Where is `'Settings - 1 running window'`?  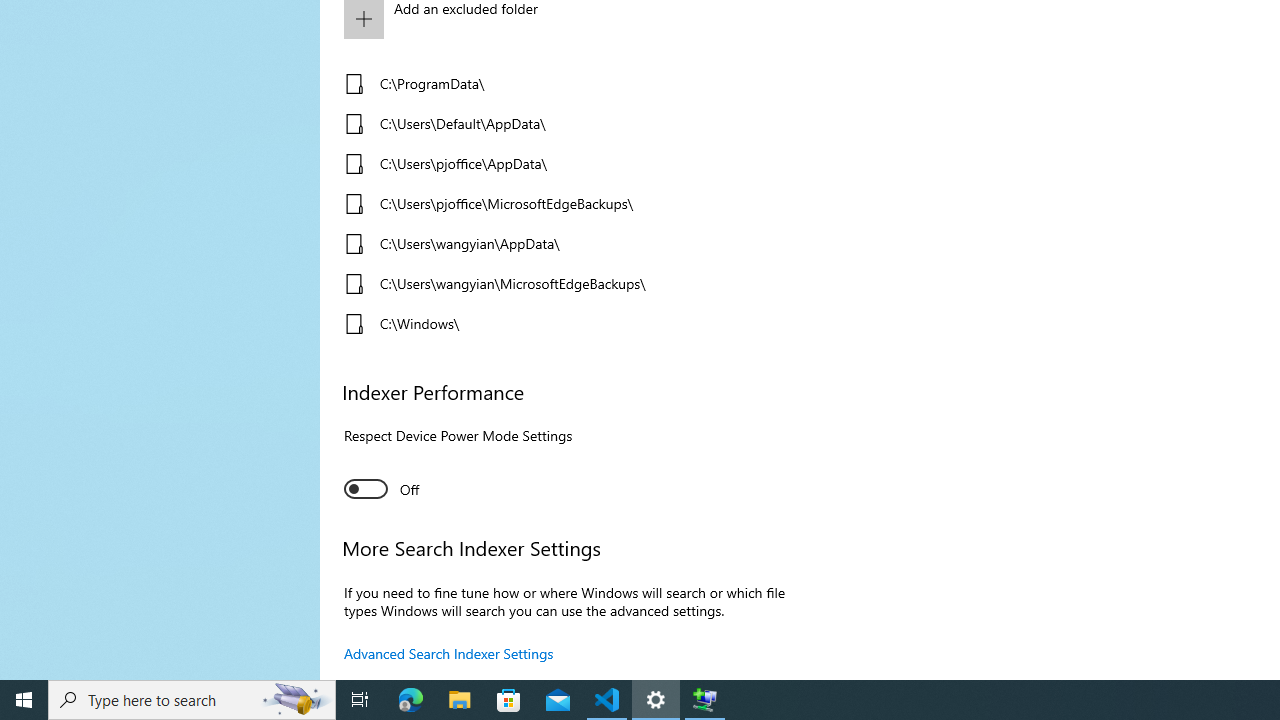 'Settings - 1 running window' is located at coordinates (656, 698).